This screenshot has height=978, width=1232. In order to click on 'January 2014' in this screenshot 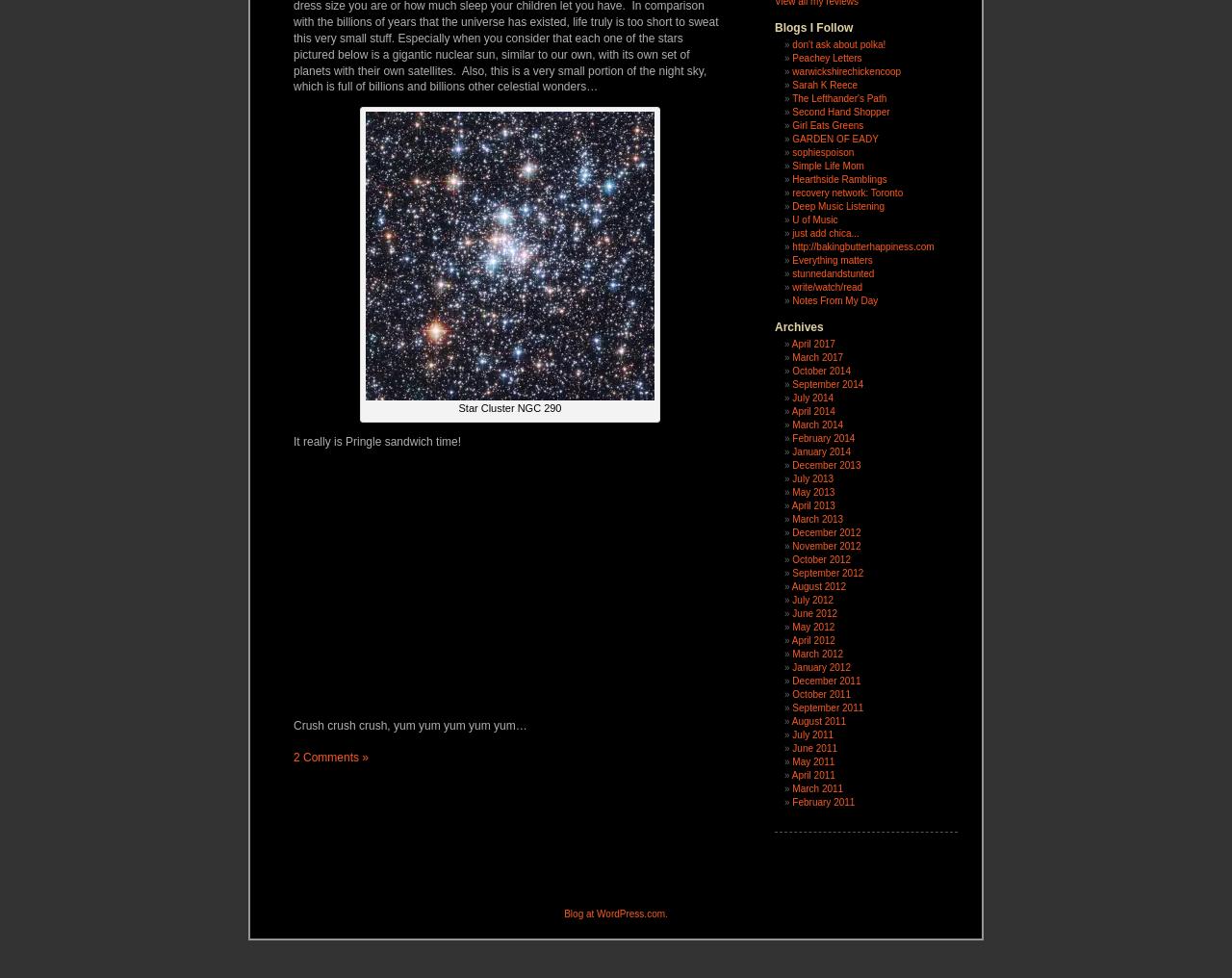, I will do `click(820, 451)`.